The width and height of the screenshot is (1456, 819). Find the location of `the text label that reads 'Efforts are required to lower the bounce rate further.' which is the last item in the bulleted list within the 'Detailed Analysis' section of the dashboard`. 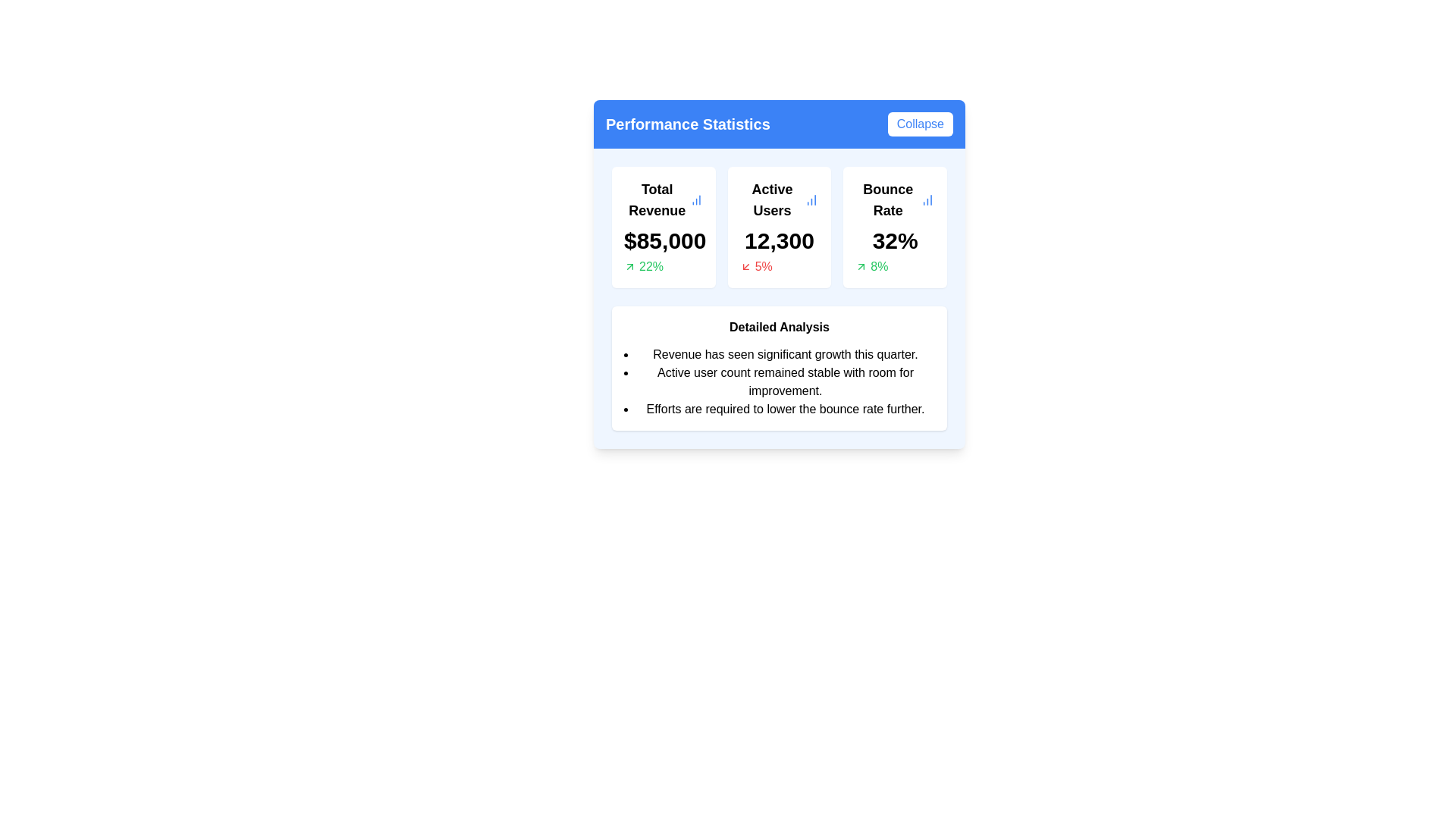

the text label that reads 'Efforts are required to lower the bounce rate further.' which is the last item in the bulleted list within the 'Detailed Analysis' section of the dashboard is located at coordinates (786, 409).